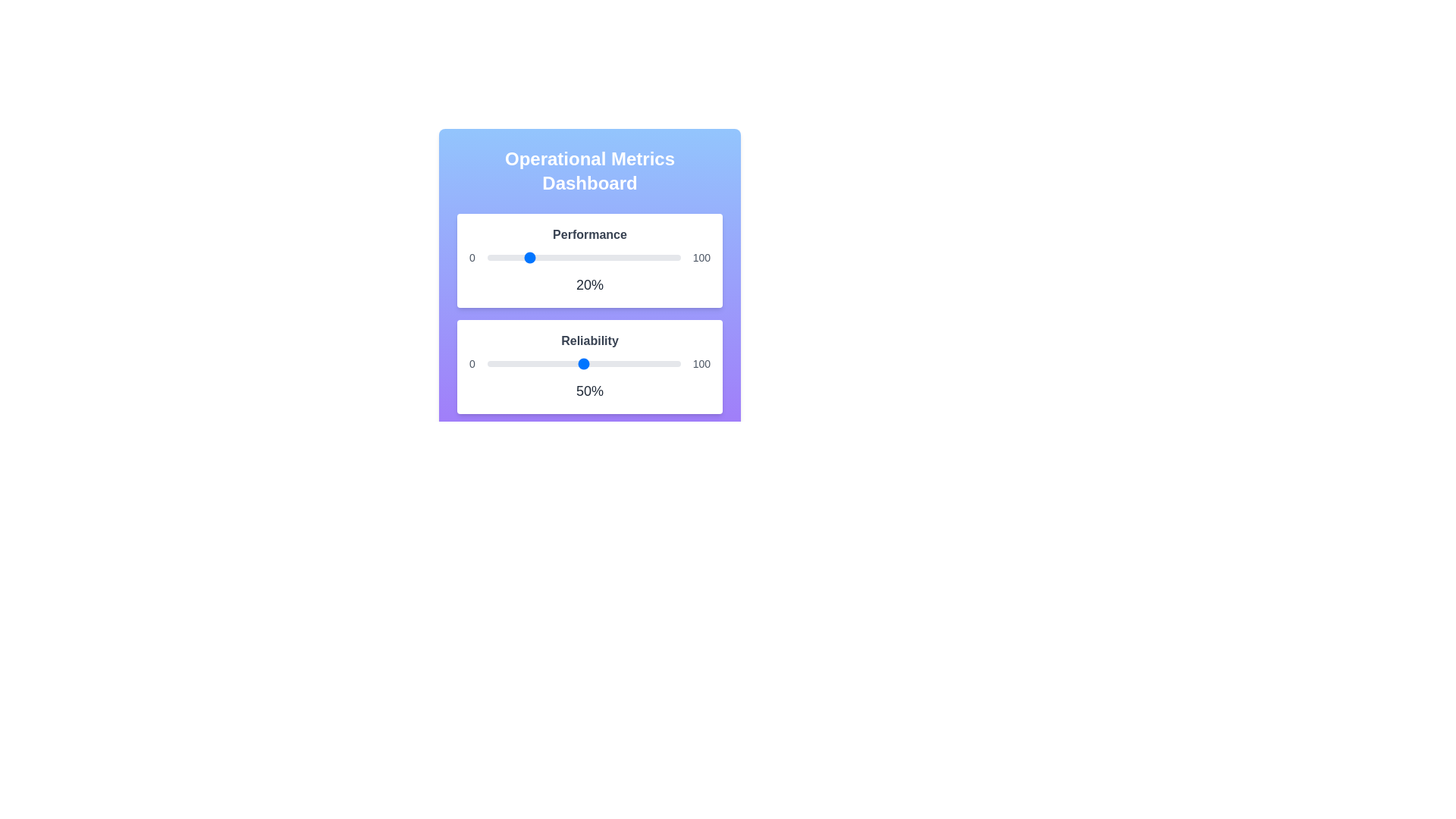 The width and height of the screenshot is (1456, 819). Describe the element at coordinates (471, 256) in the screenshot. I see `the static text label displaying '0', which is positioned to the left of a horizontal slider in the 'Performance' section` at that location.